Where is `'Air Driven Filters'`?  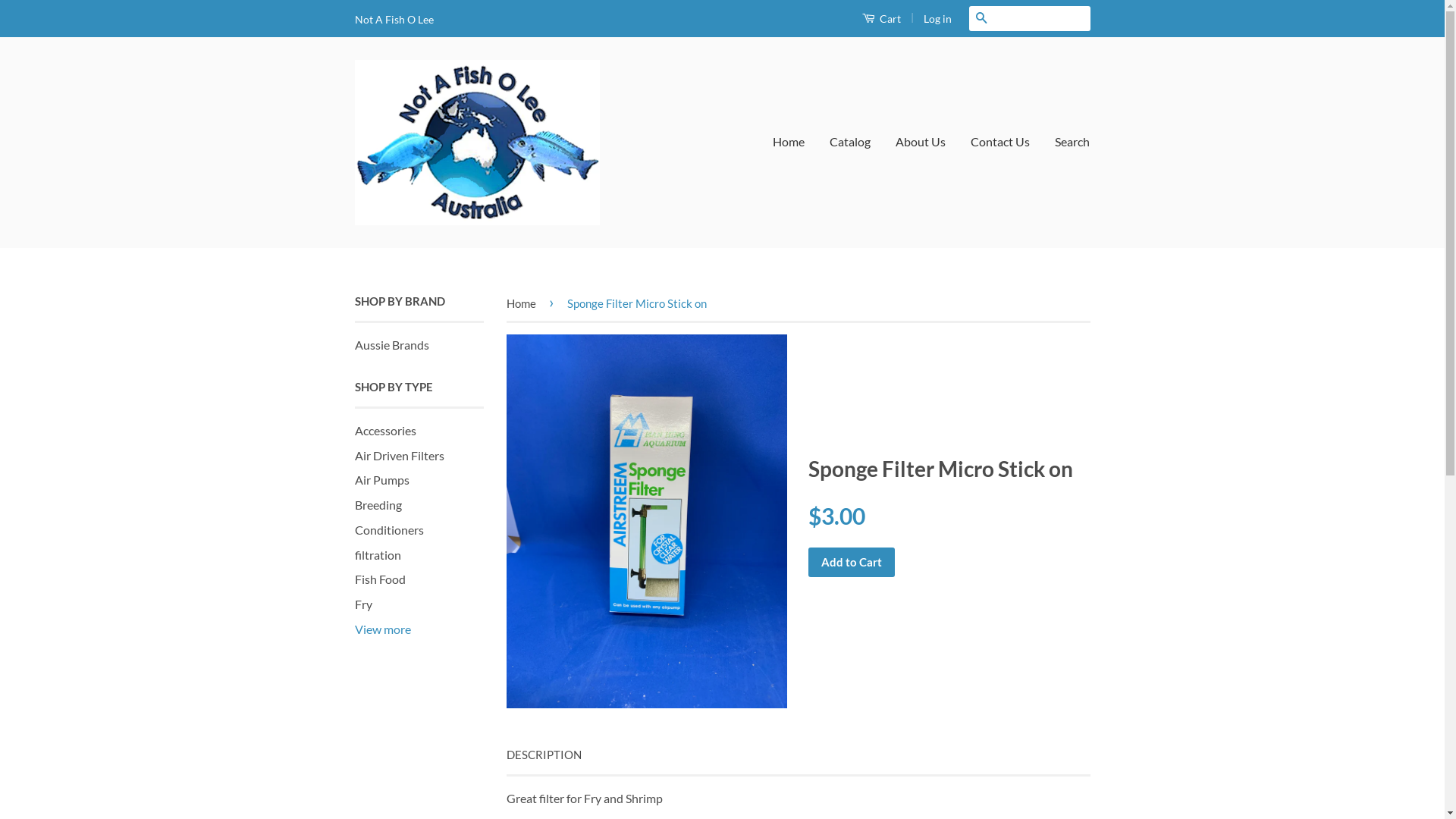 'Air Driven Filters' is located at coordinates (400, 453).